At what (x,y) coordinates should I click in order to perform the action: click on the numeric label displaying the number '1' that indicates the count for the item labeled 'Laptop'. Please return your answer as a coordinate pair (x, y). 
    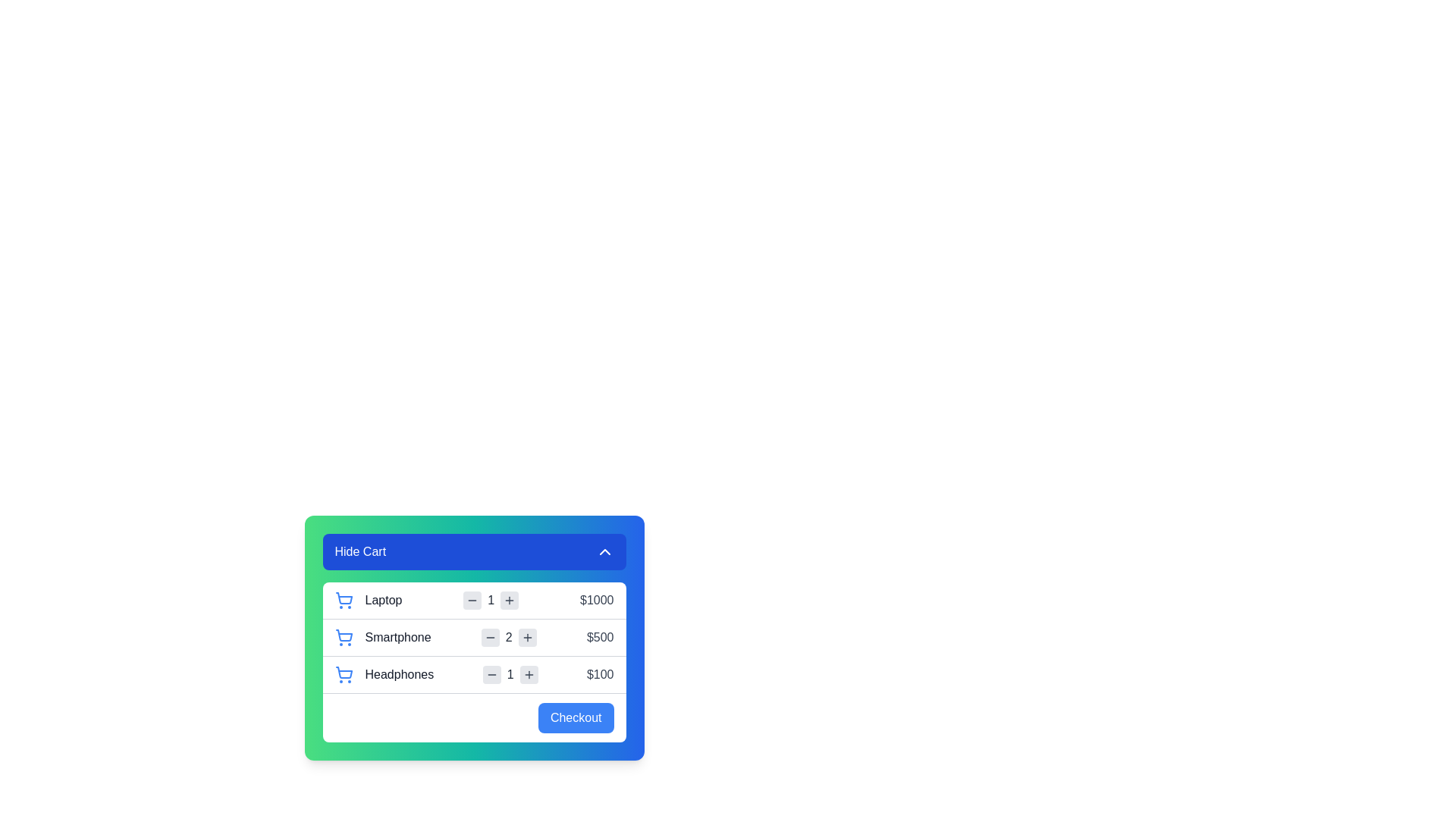
    Looking at the image, I should click on (491, 599).